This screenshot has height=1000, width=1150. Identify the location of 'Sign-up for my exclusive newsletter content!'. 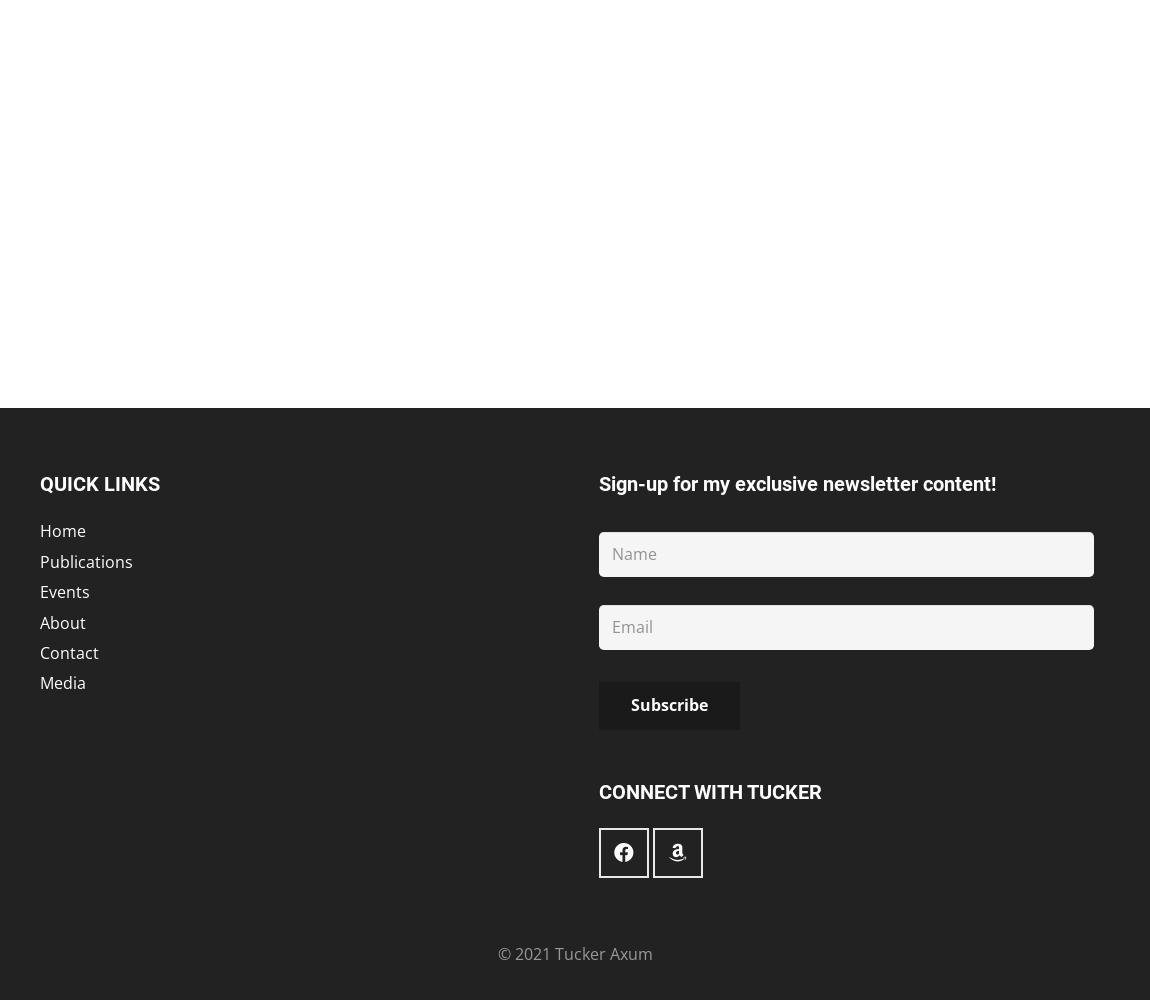
(796, 483).